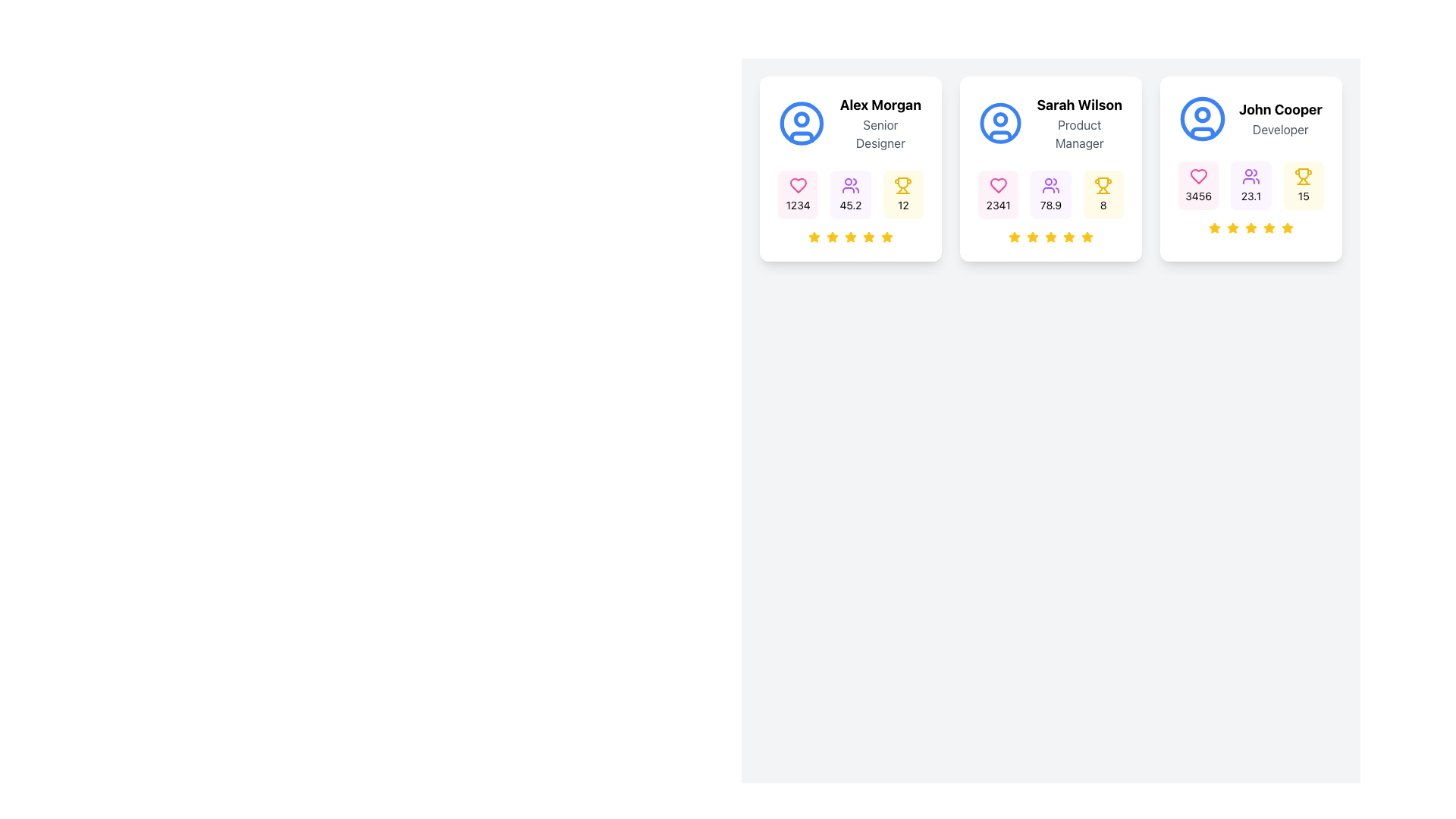 The width and height of the screenshot is (1456, 819). I want to click on the informational display with a pink background, heart-shaped icon, and the number '2341' centered below the icon, located in the second card of three visible cards, so click(998, 194).